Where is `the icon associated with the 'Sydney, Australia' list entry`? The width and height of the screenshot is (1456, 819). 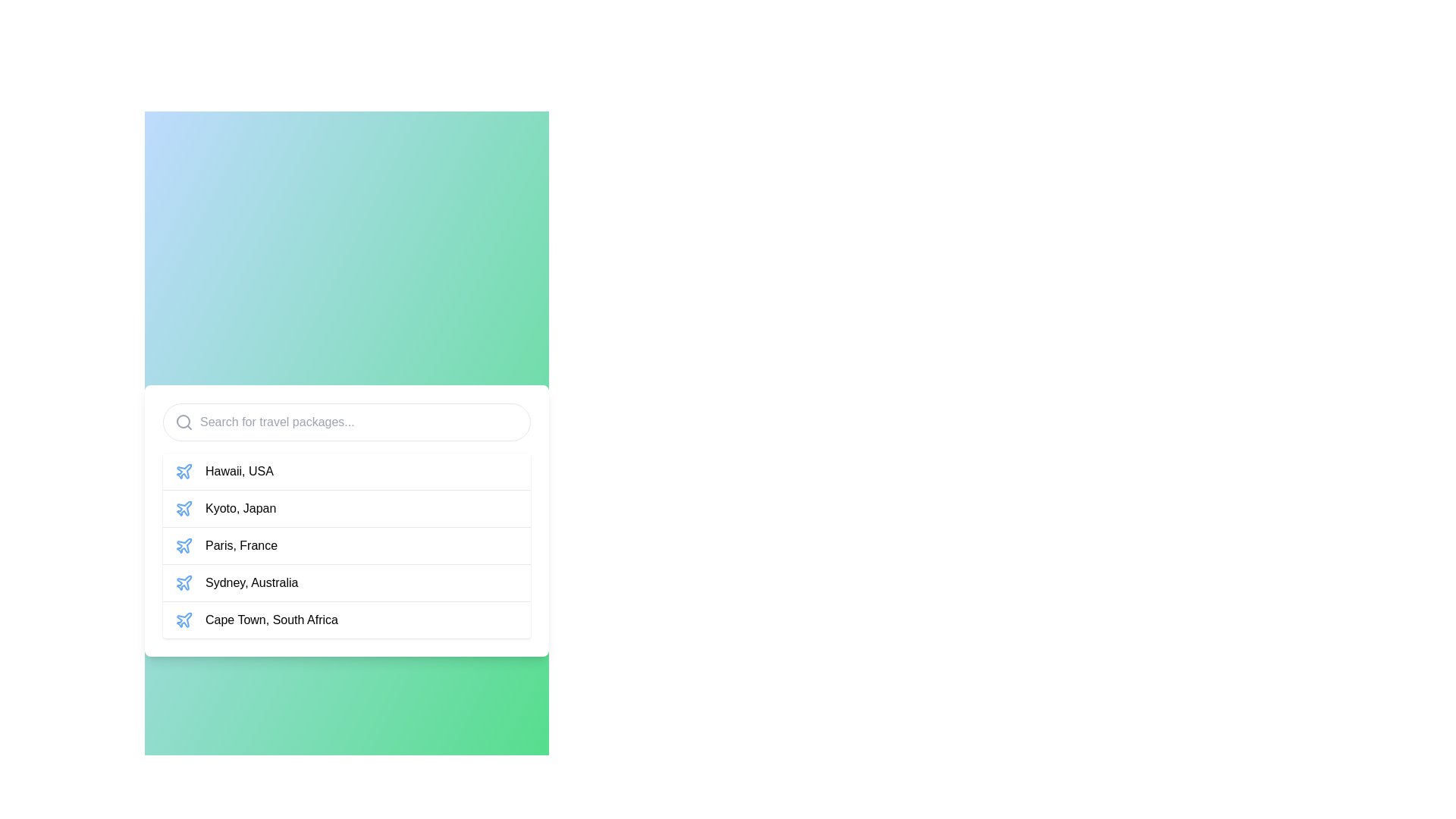
the icon associated with the 'Sydney, Australia' list entry is located at coordinates (184, 582).